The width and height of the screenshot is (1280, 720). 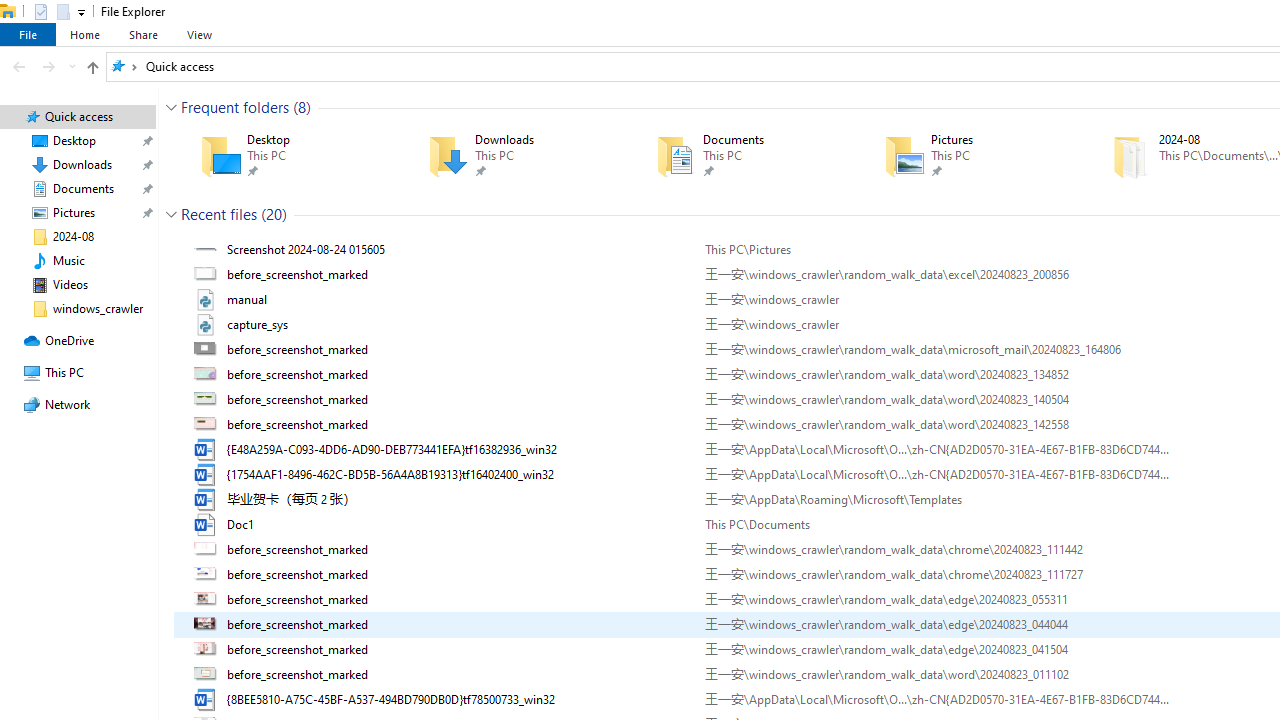 I want to click on 'Name', so click(x=457, y=698).